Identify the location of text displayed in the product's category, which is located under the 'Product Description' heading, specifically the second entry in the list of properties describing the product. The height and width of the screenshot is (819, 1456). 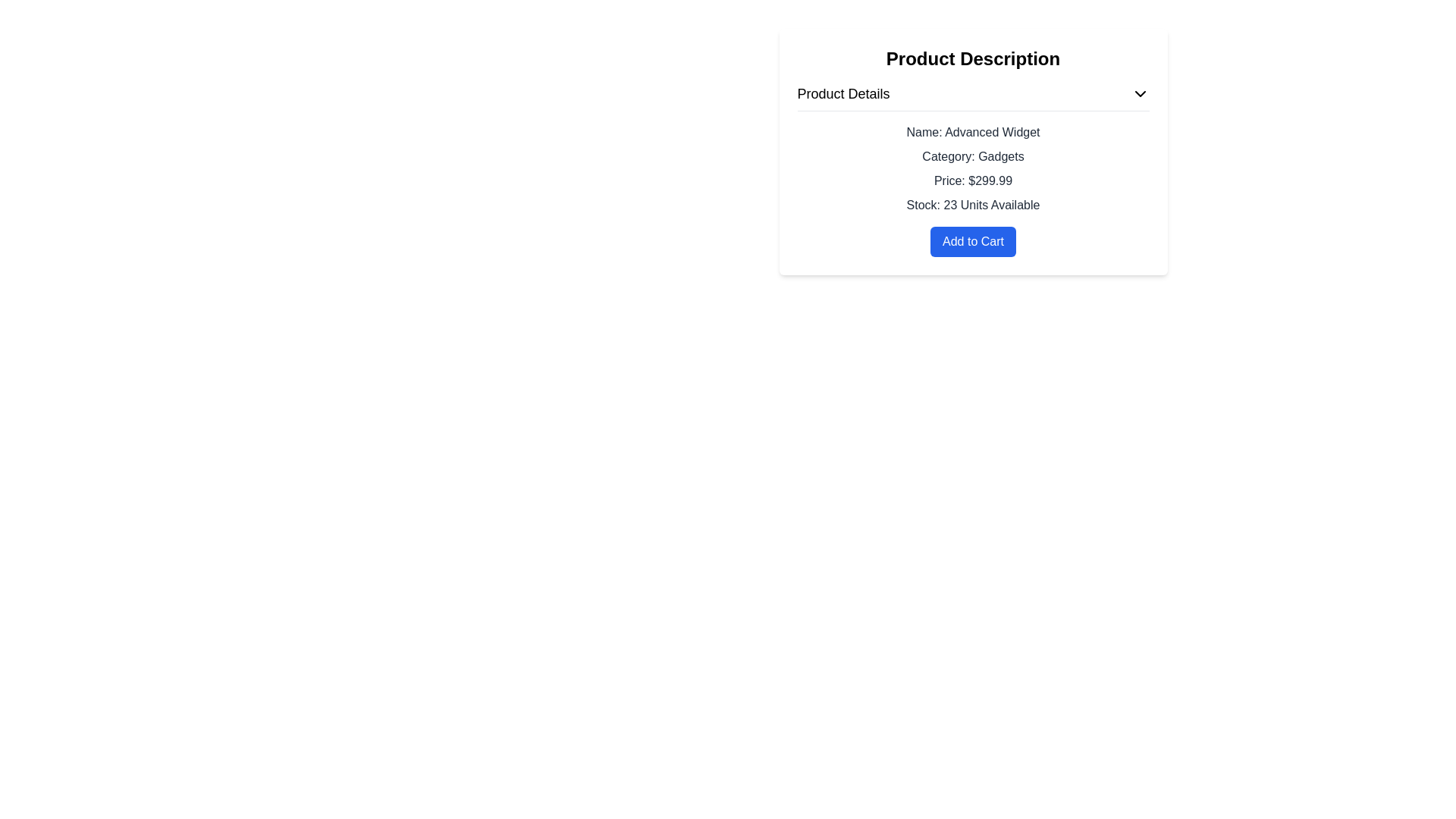
(973, 157).